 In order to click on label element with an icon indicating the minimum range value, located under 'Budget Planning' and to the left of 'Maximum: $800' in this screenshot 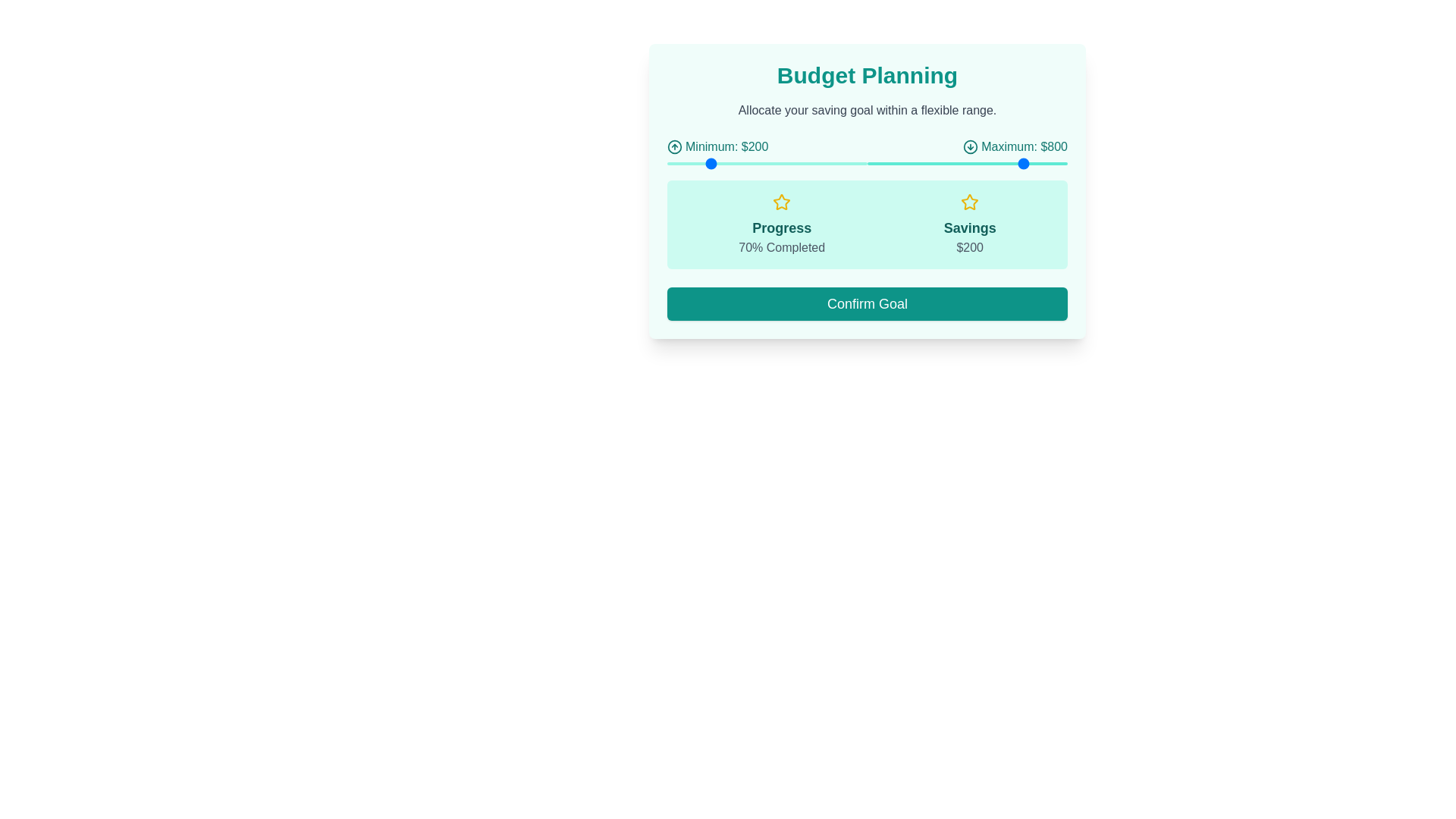, I will do `click(717, 146)`.